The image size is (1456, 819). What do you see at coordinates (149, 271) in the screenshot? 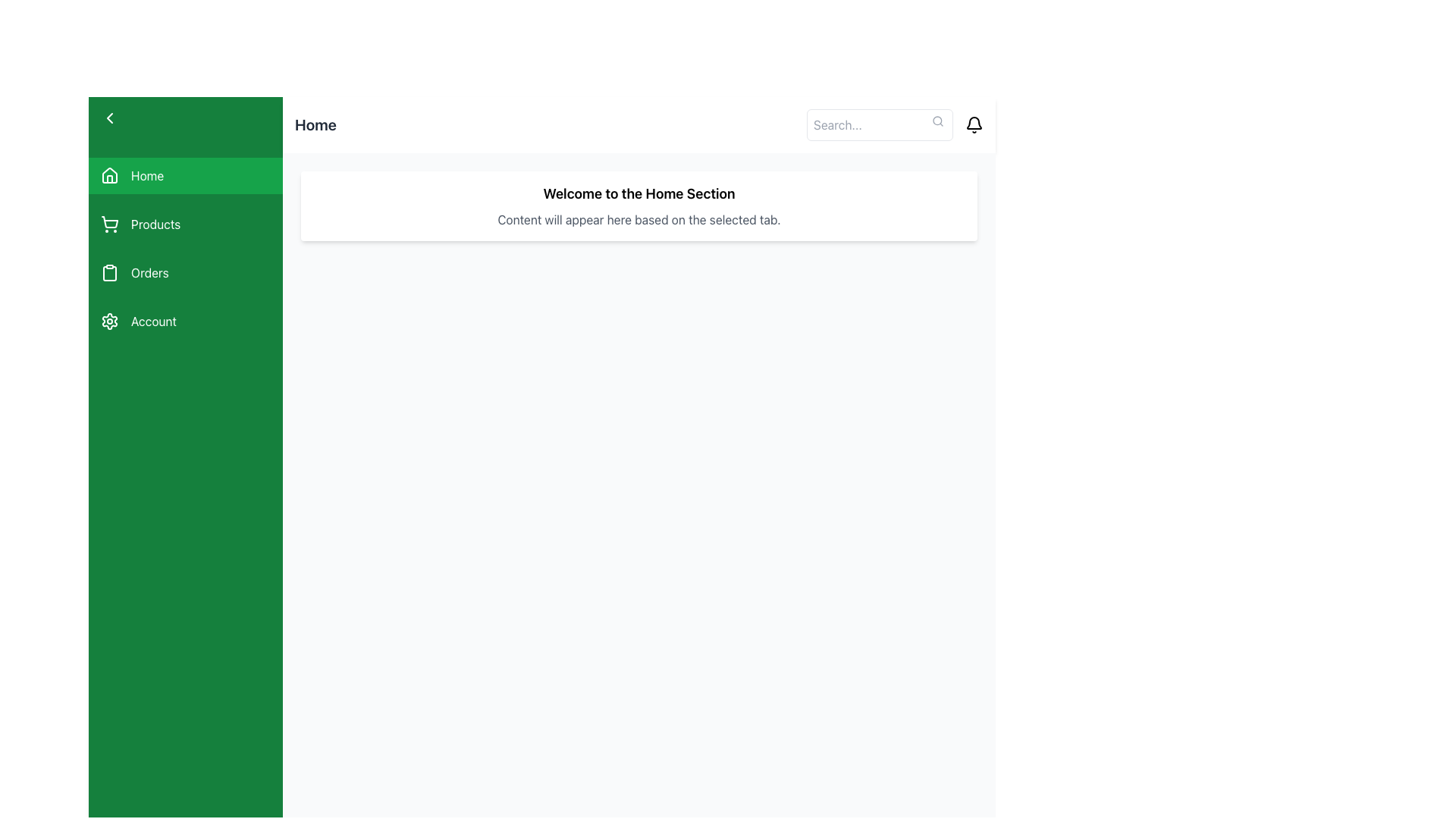
I see `the 'Orders' text label in the vertical navigation menu, which is styled with a standard font on a green background and is positioned next to a clipboard icon` at bounding box center [149, 271].